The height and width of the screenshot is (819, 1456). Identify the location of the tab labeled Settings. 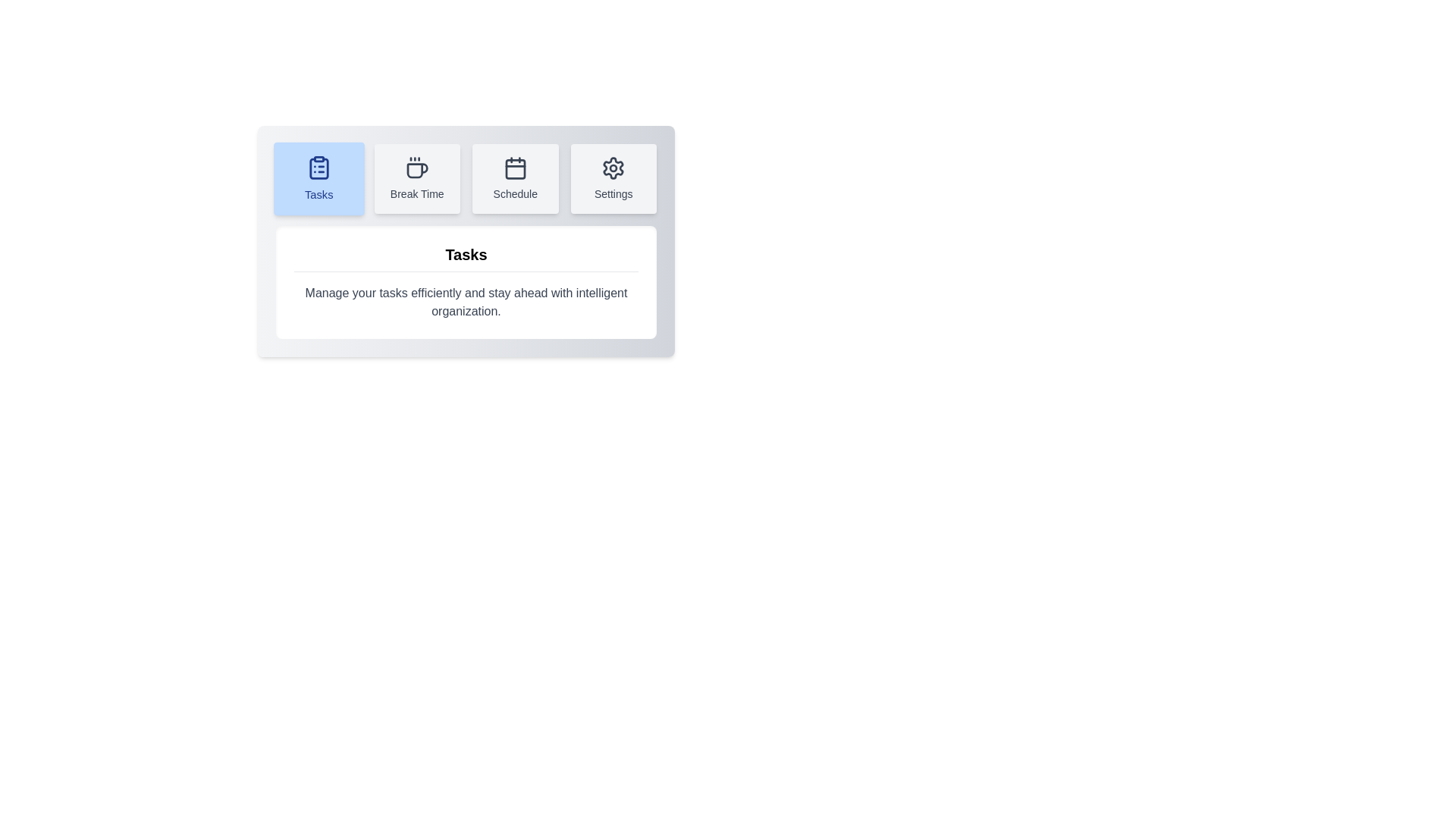
(613, 177).